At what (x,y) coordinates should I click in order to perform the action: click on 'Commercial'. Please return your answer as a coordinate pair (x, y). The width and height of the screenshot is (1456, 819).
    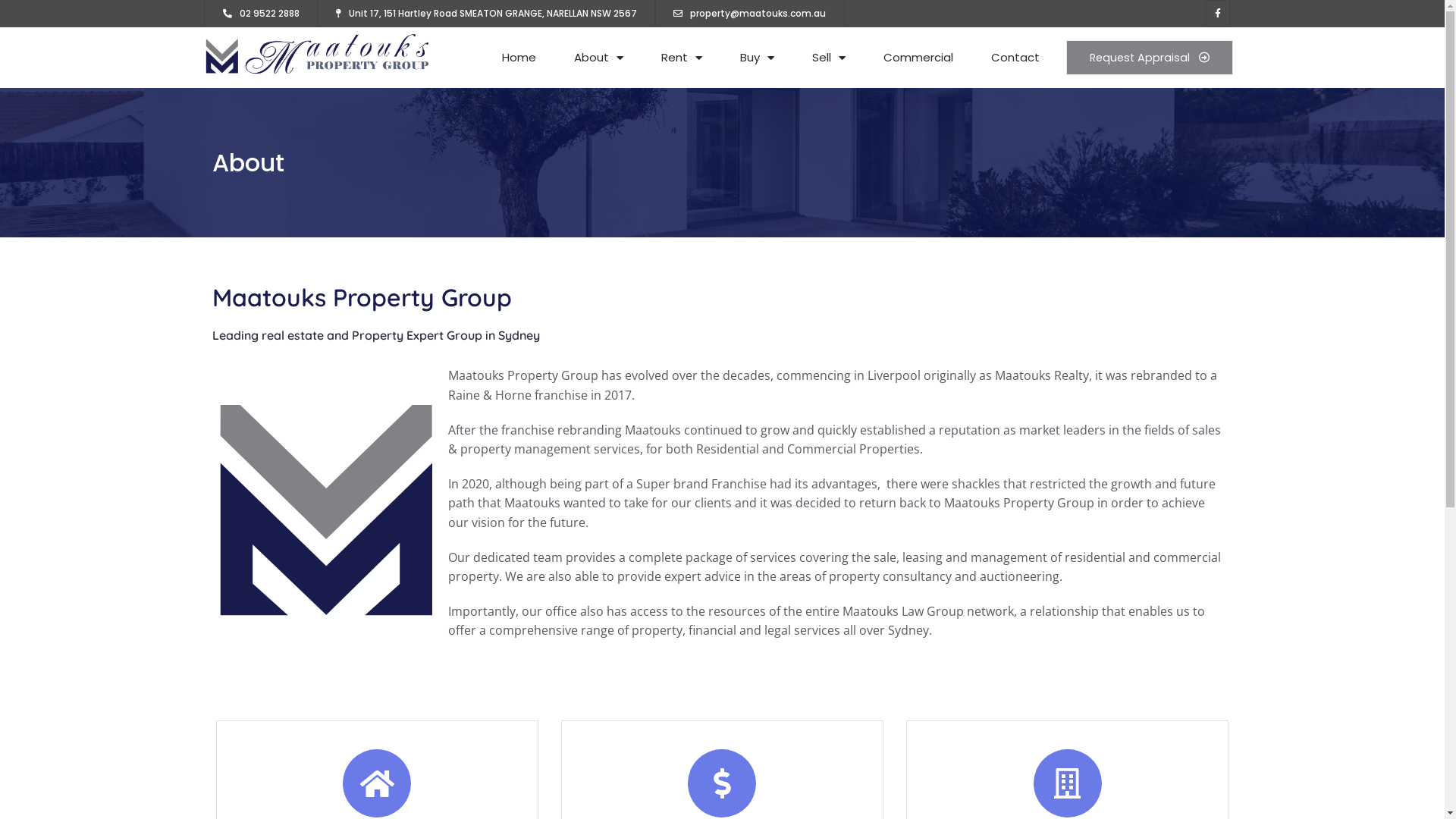
    Looking at the image, I should click on (917, 57).